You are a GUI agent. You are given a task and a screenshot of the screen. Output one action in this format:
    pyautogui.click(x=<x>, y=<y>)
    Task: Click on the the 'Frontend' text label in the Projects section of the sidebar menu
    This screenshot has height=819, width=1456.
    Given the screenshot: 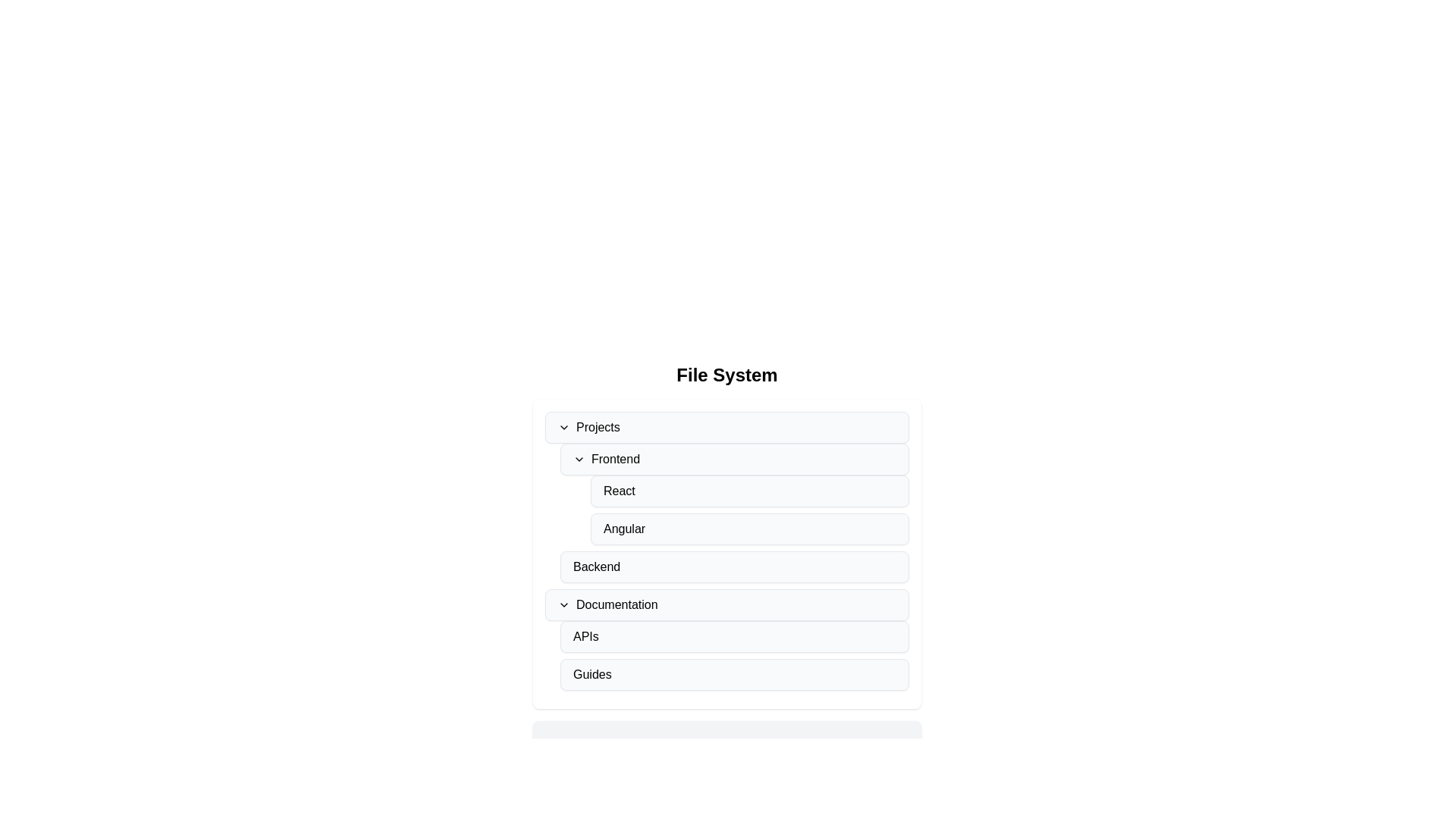 What is the action you would take?
    pyautogui.click(x=607, y=458)
    